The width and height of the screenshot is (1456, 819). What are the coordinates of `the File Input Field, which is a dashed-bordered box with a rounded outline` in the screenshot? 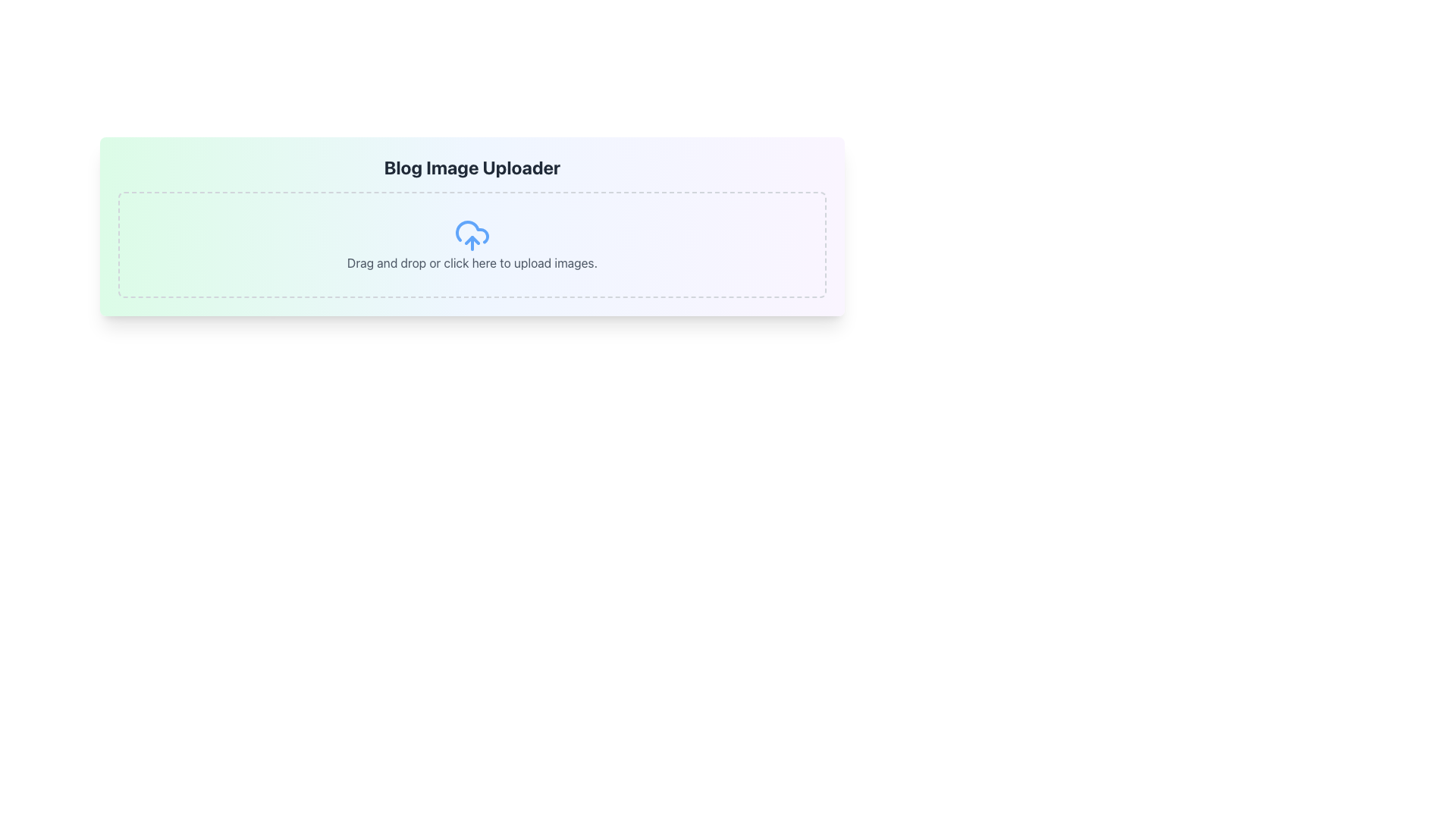 It's located at (472, 244).